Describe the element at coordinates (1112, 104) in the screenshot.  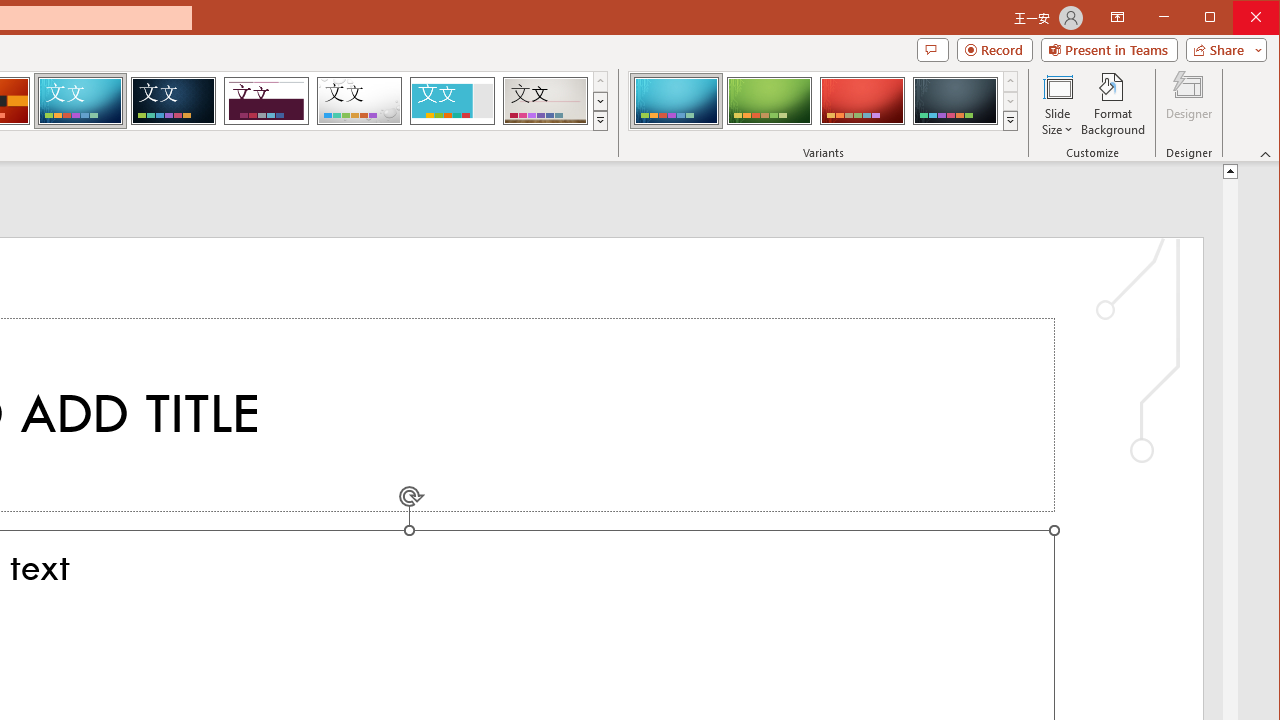
I see `'Format Background'` at that location.